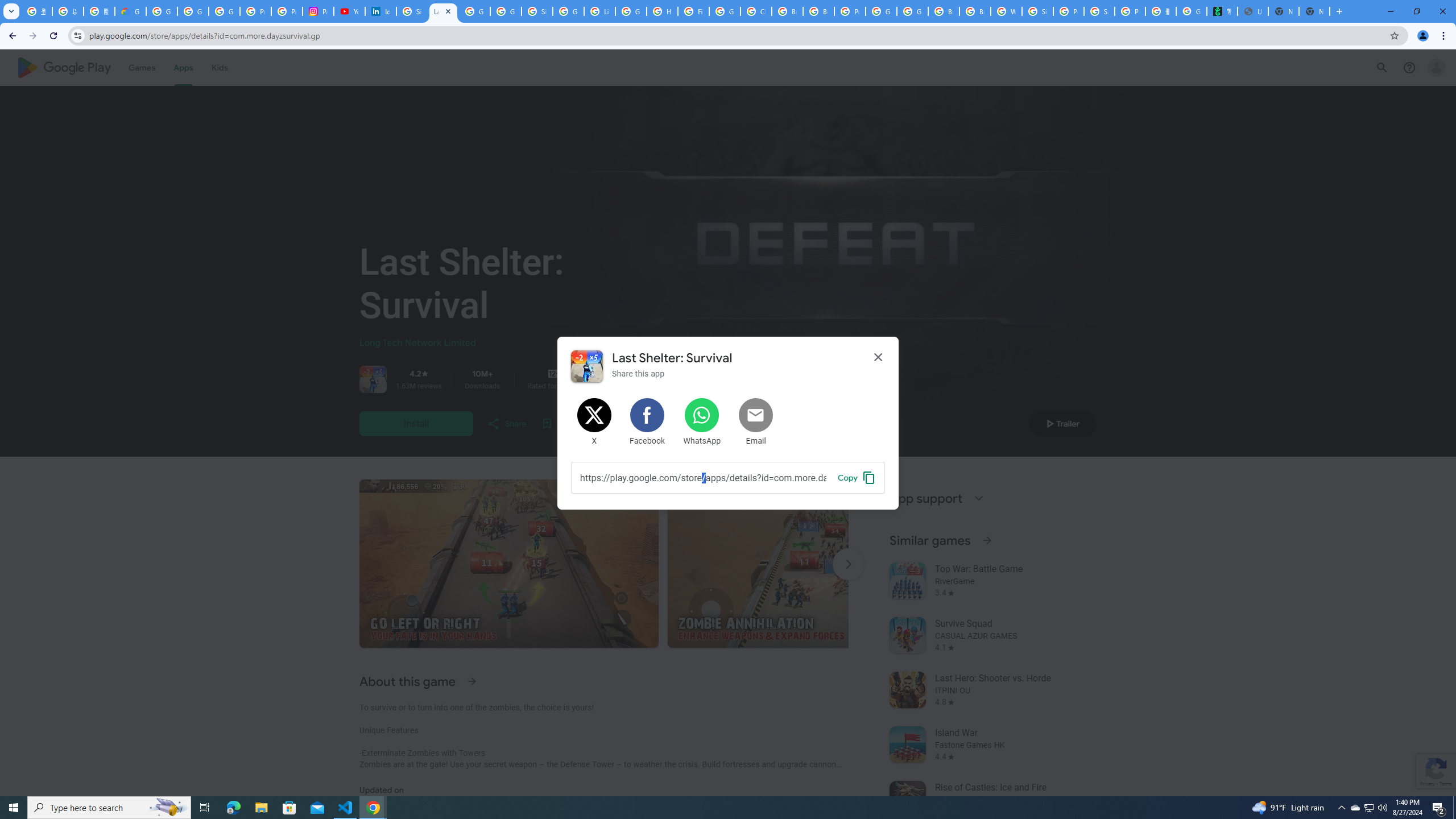 The image size is (1456, 819). I want to click on 'Share by Email', so click(755, 422).